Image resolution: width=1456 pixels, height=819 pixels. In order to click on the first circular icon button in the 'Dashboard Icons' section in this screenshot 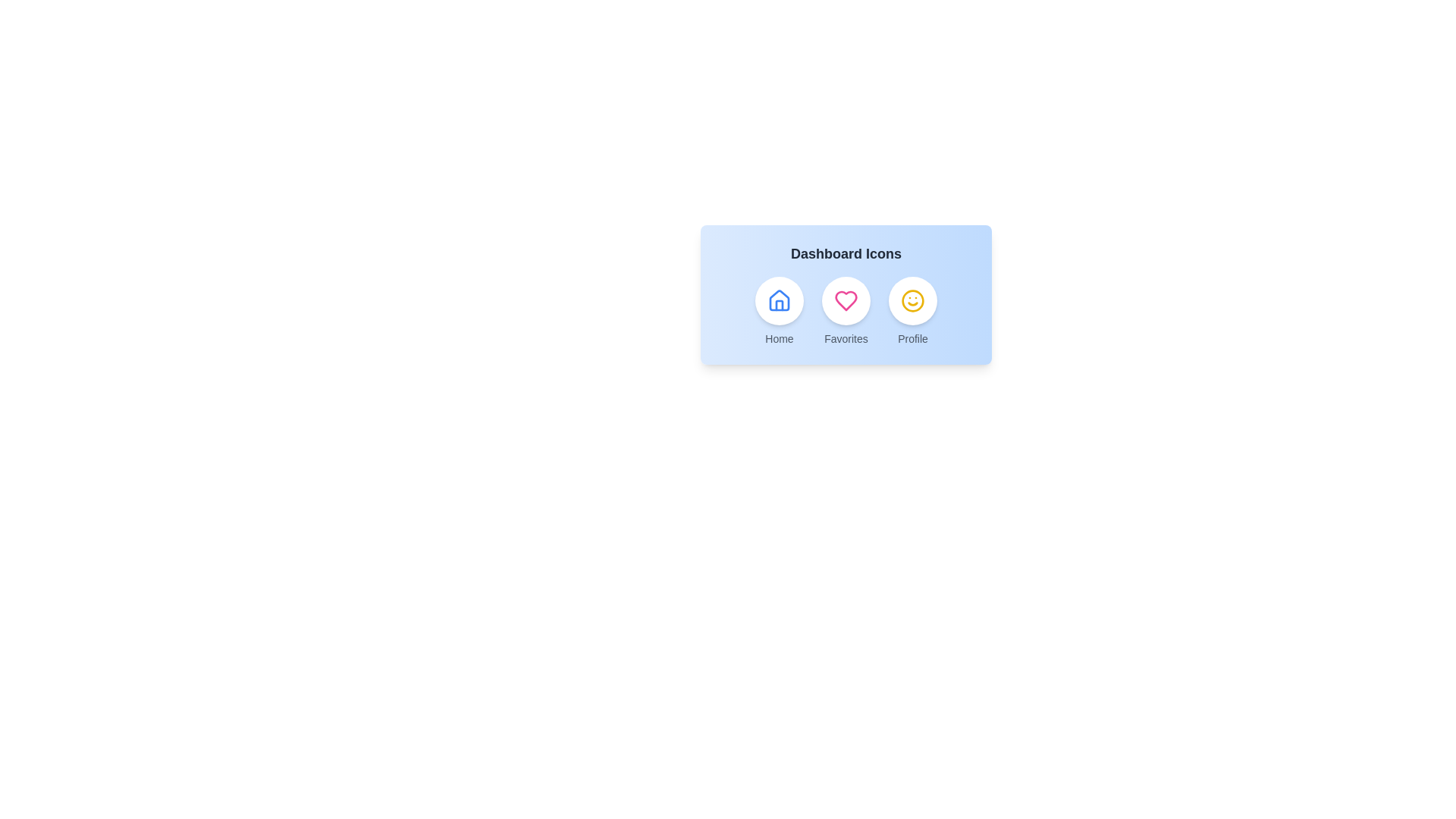, I will do `click(779, 301)`.